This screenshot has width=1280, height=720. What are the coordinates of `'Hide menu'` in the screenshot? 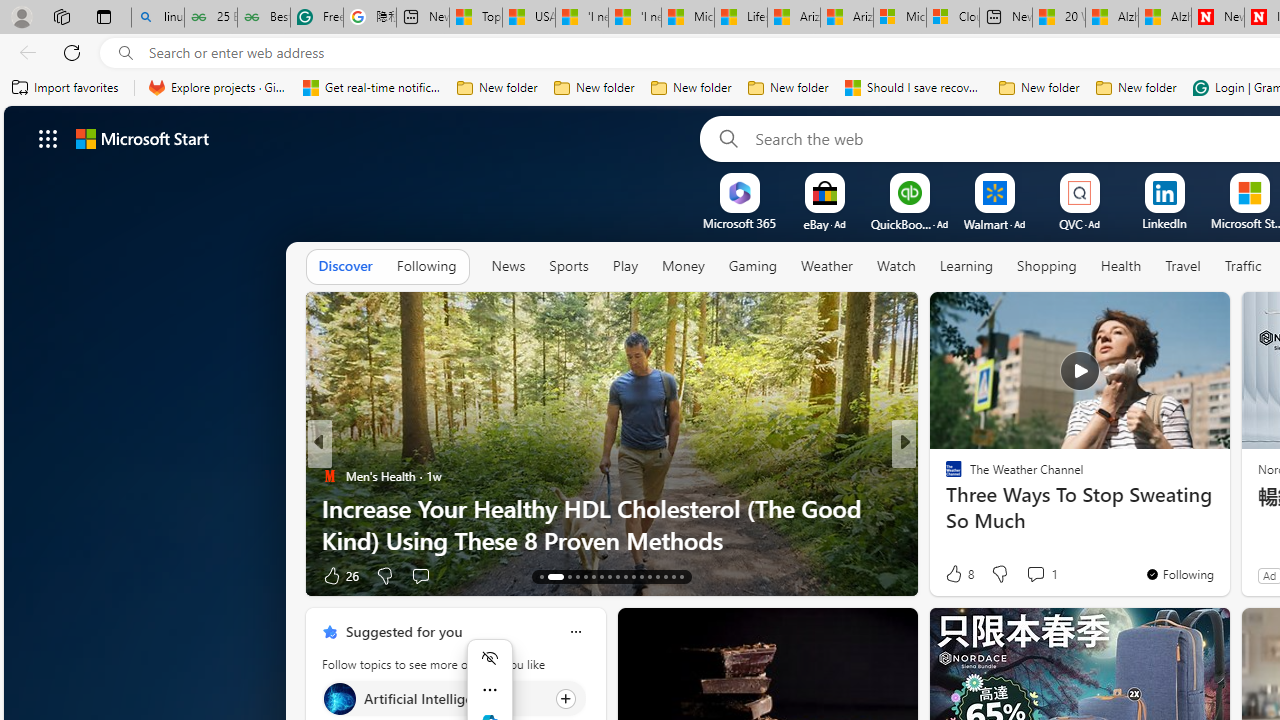 It's located at (490, 658).